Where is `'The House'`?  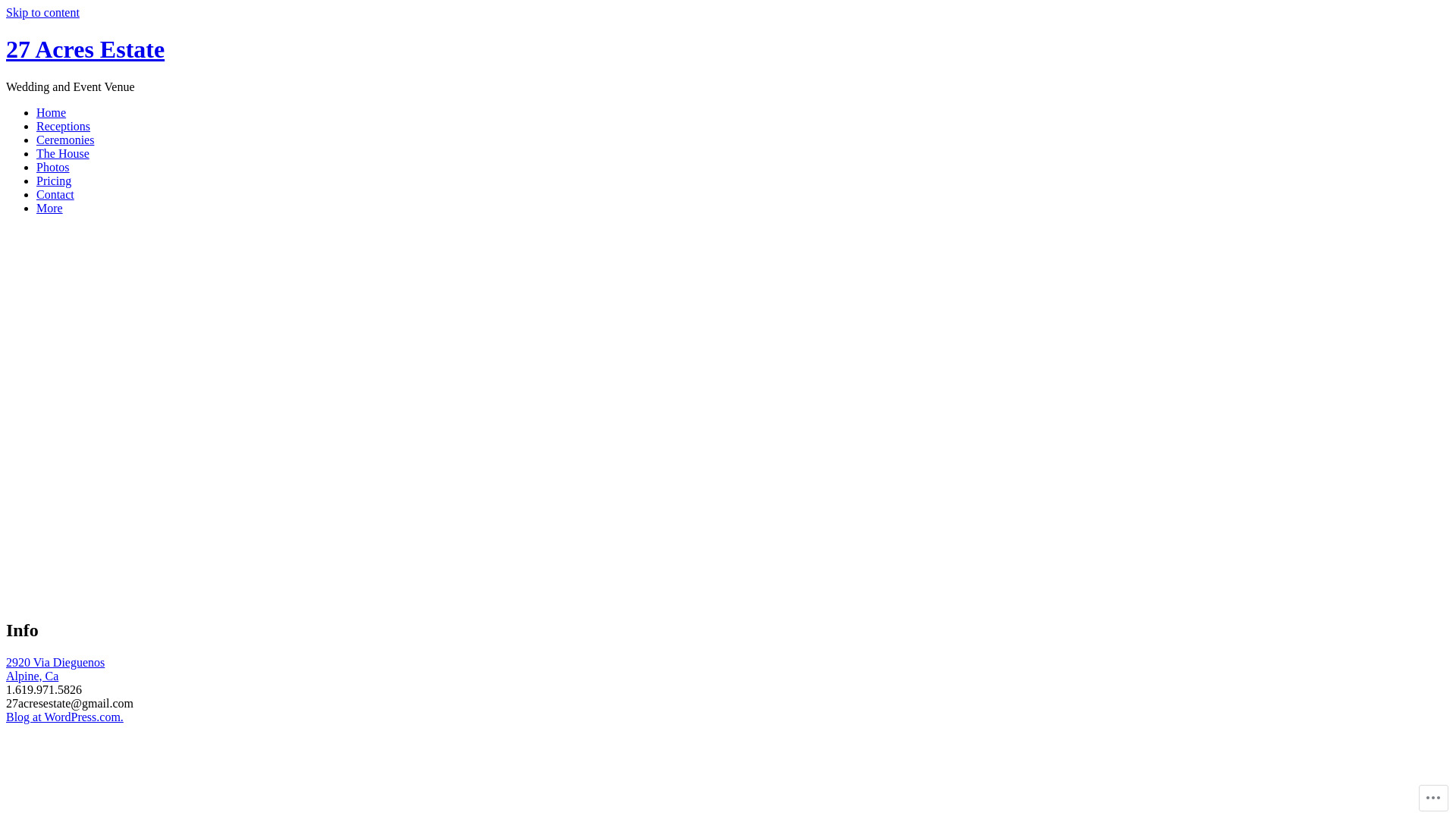 'The House' is located at coordinates (36, 153).